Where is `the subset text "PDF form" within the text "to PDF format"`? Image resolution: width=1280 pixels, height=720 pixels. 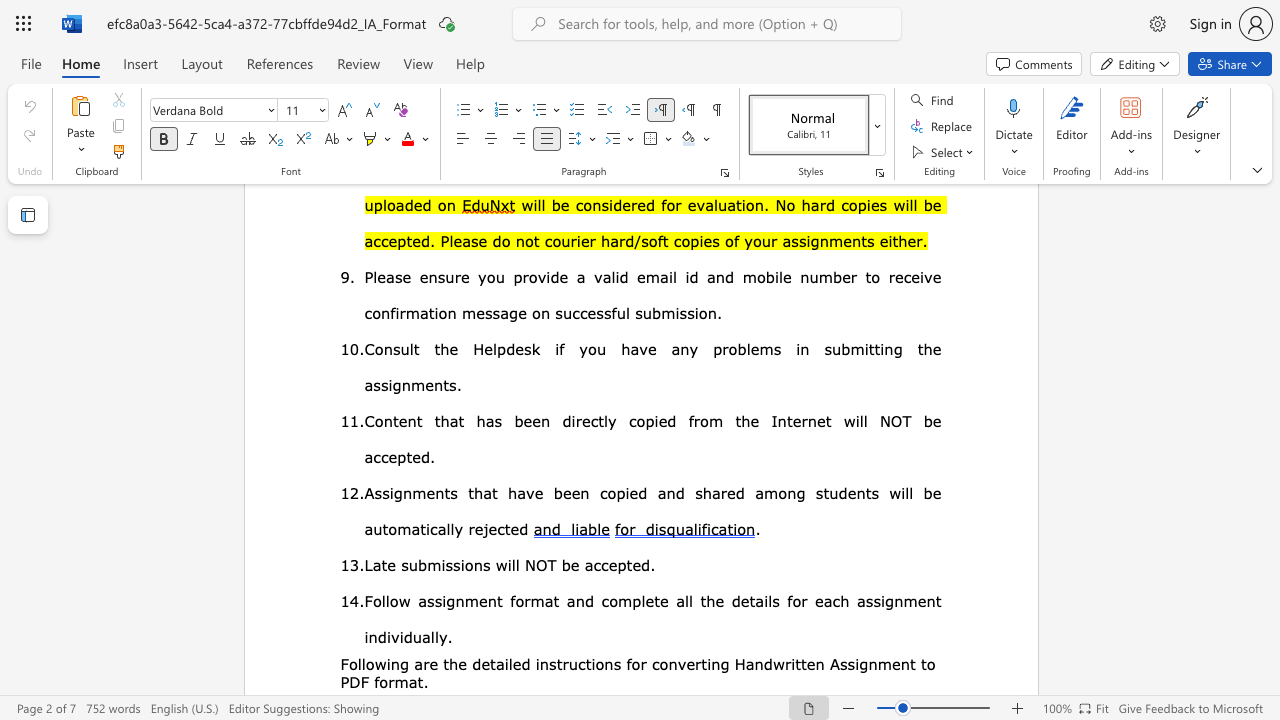 the subset text "PDF form" within the text "to PDF format" is located at coordinates (340, 680).